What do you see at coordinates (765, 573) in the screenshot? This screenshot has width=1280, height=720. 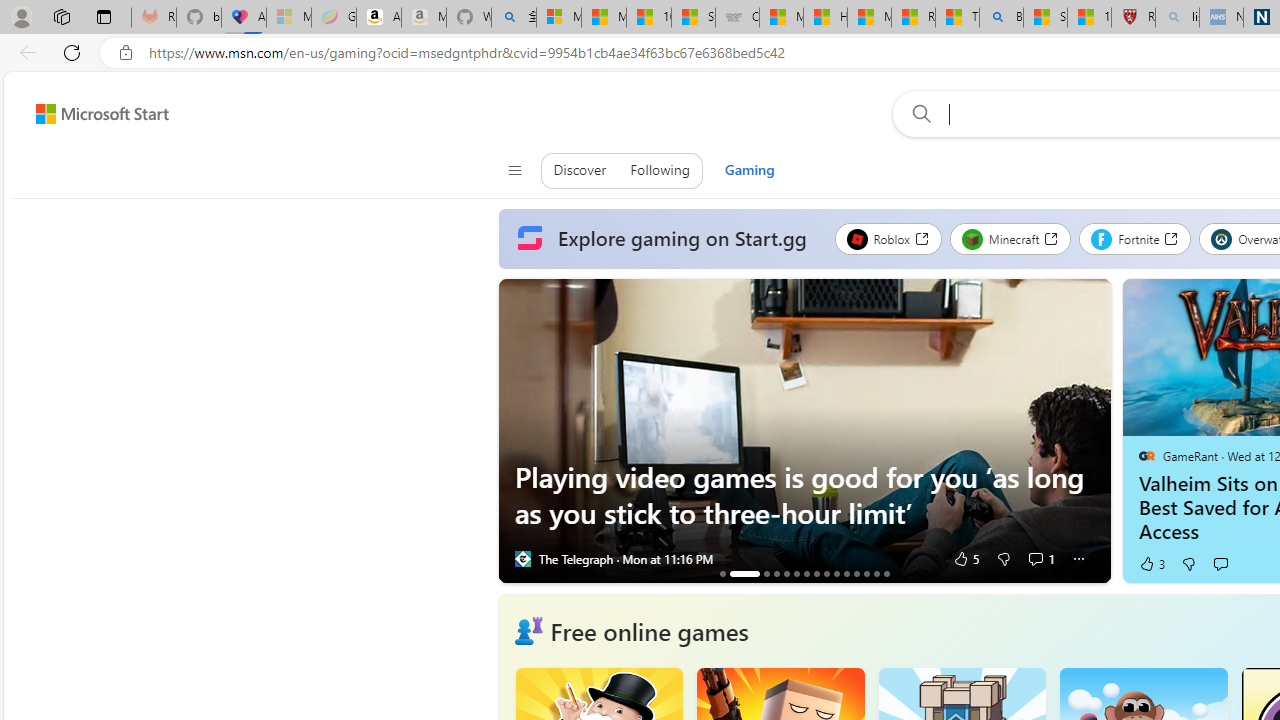 I see `'AutomationID: tab_nativead-infopane-3'` at bounding box center [765, 573].